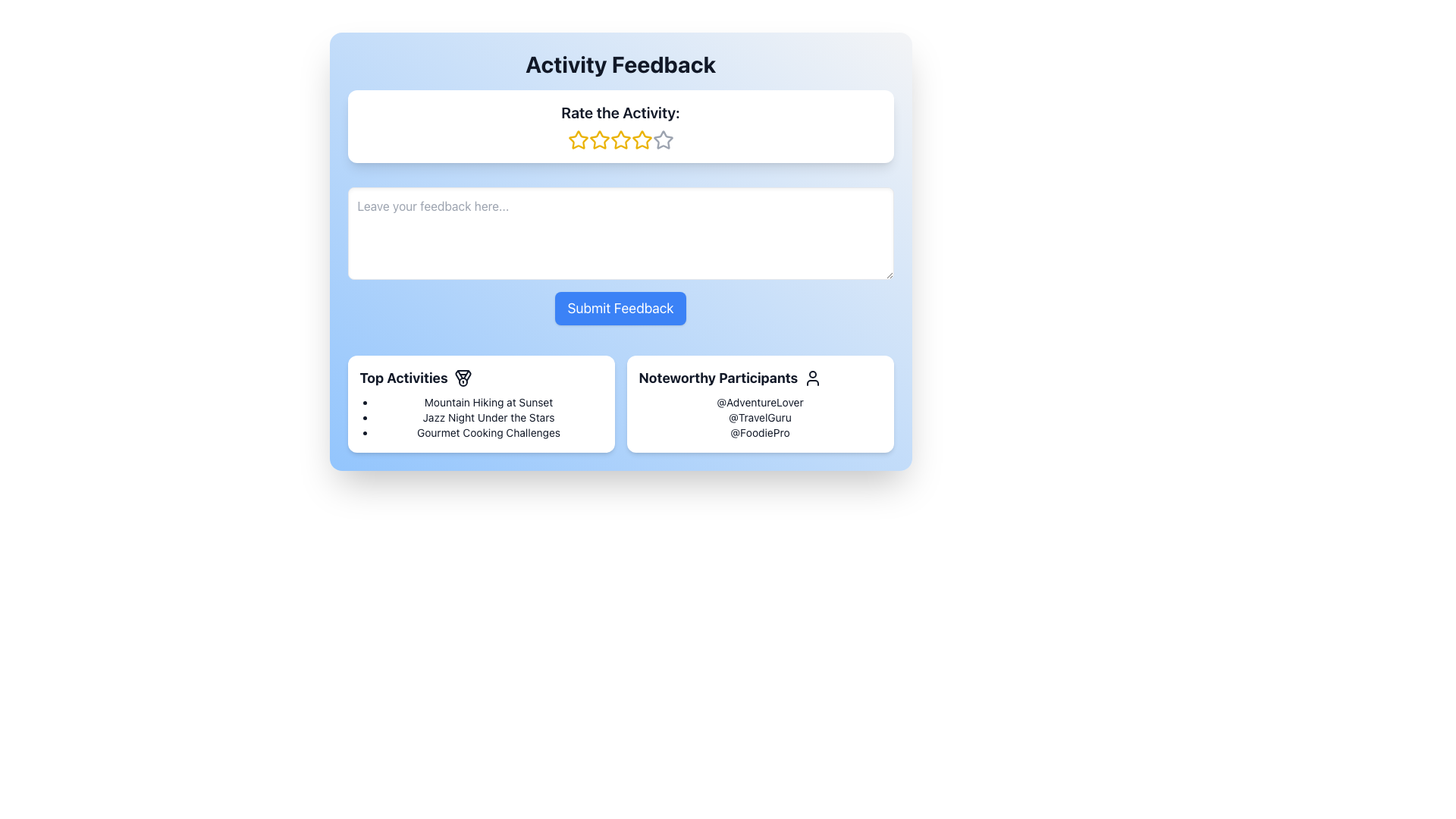 This screenshot has height=819, width=1456. Describe the element at coordinates (577, 140) in the screenshot. I see `the first star in the rating system` at that location.